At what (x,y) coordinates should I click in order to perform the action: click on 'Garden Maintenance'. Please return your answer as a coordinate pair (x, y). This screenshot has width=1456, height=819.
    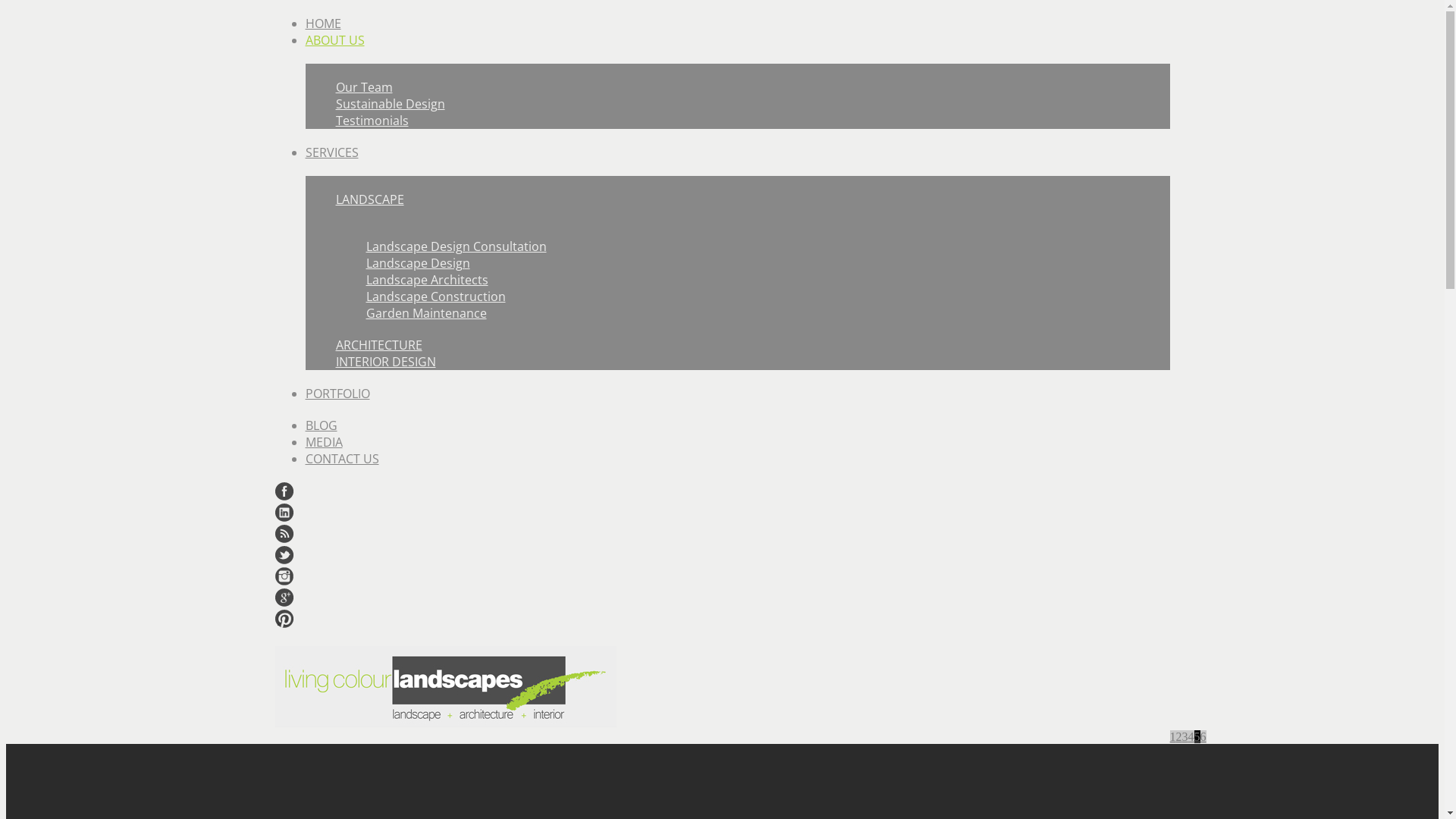
    Looking at the image, I should click on (425, 312).